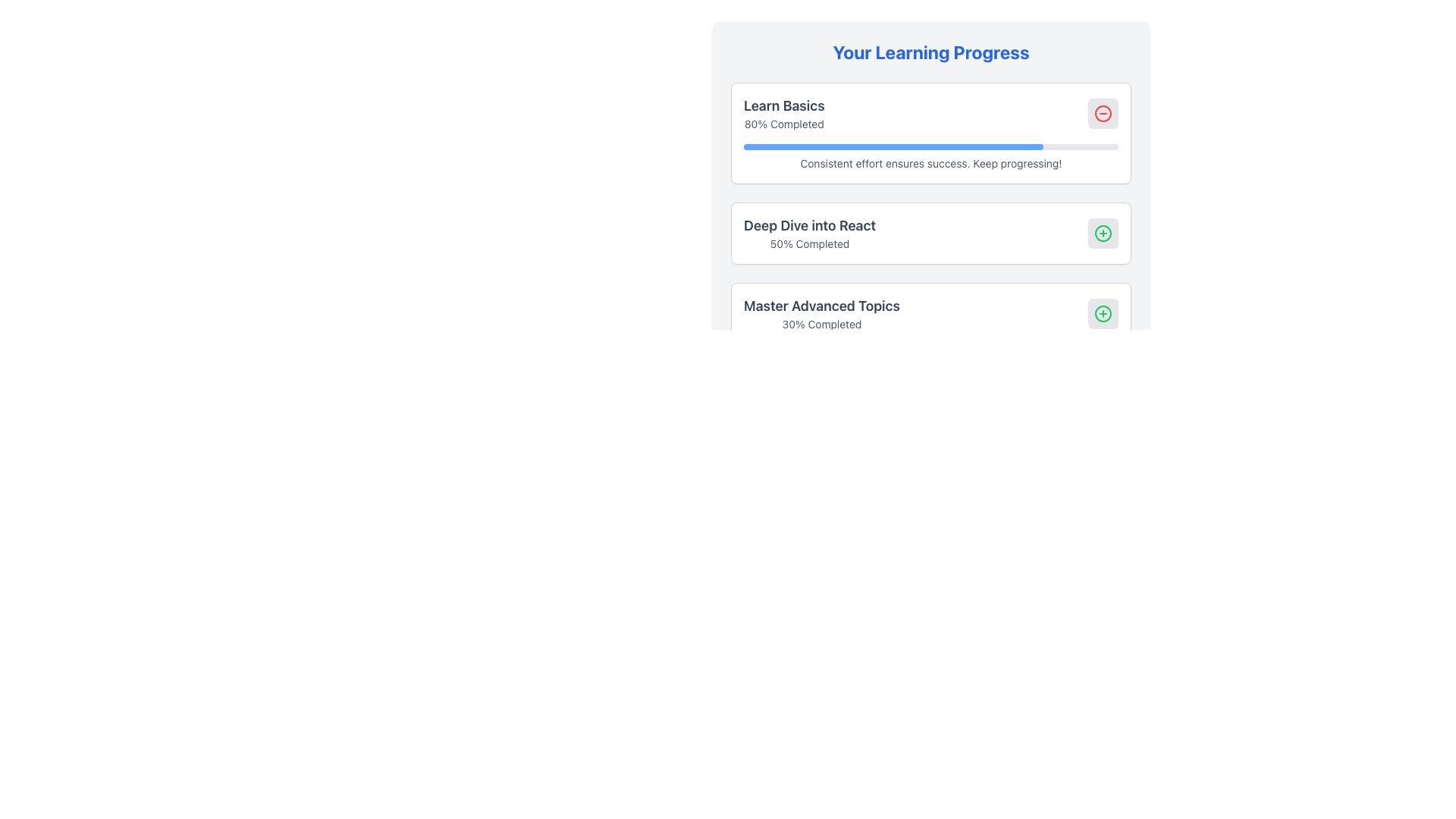 This screenshot has height=819, width=1456. Describe the element at coordinates (893, 146) in the screenshot. I see `the filled portion of the progress bar representing 80% completion of the 'Learn Basics' task` at that location.